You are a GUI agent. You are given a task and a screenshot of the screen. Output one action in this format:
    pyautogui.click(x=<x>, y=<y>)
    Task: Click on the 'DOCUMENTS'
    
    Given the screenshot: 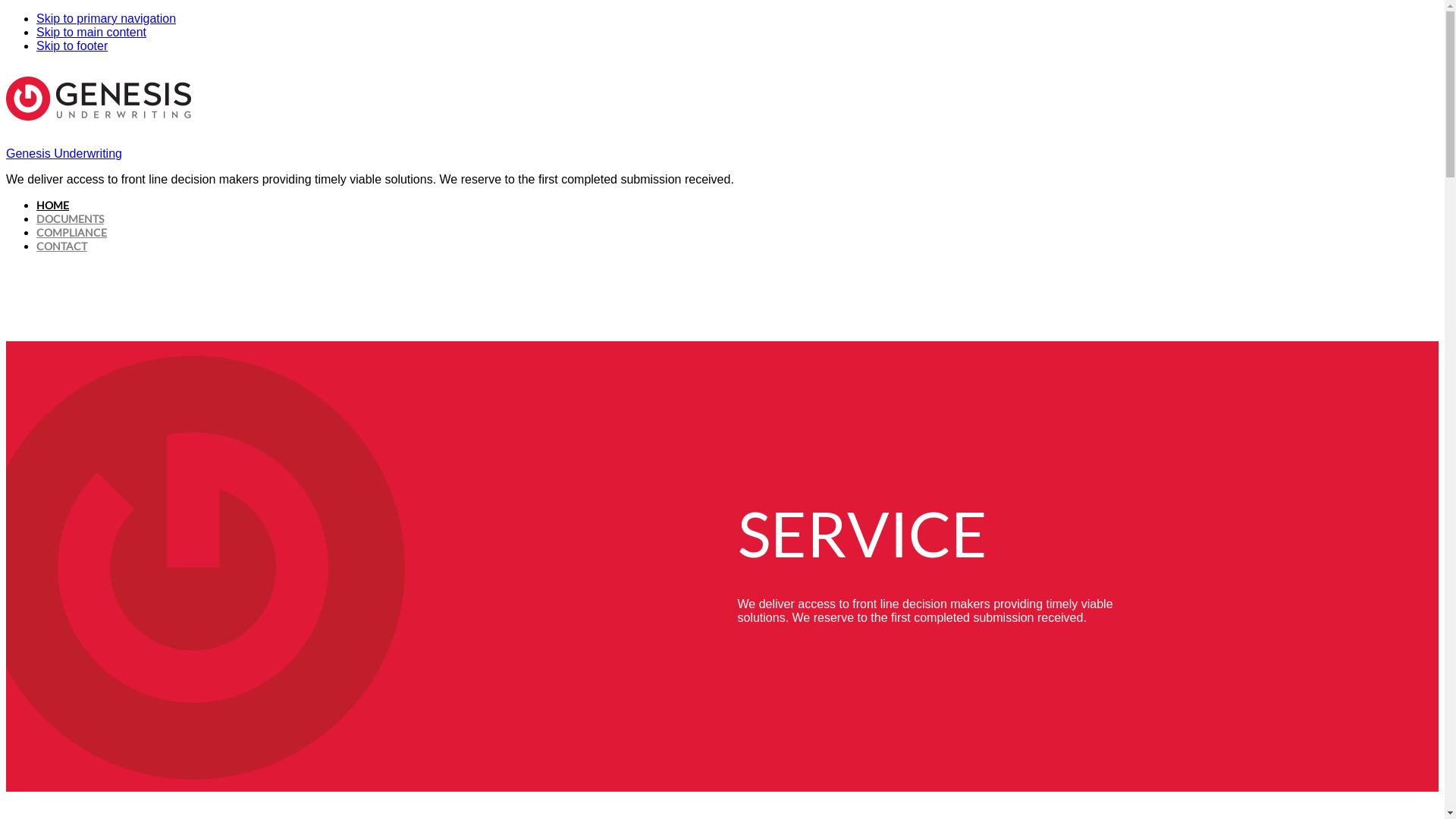 What is the action you would take?
    pyautogui.click(x=36, y=218)
    